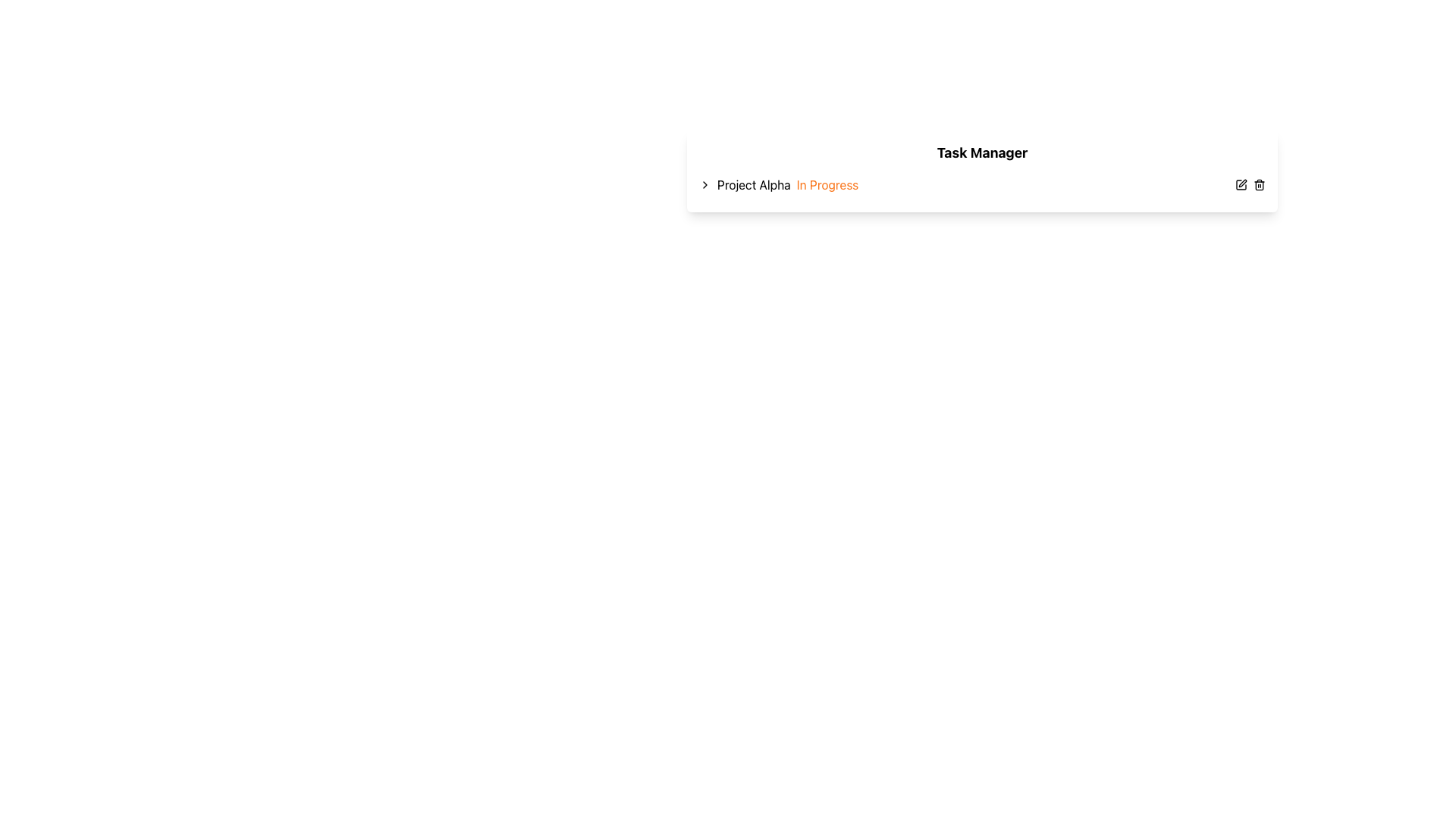 This screenshot has height=819, width=1456. What do you see at coordinates (1241, 184) in the screenshot?
I see `the editing tool icon, which is represented as a pen inside a square outline, located on the right end of the 'Task Manager' section` at bounding box center [1241, 184].